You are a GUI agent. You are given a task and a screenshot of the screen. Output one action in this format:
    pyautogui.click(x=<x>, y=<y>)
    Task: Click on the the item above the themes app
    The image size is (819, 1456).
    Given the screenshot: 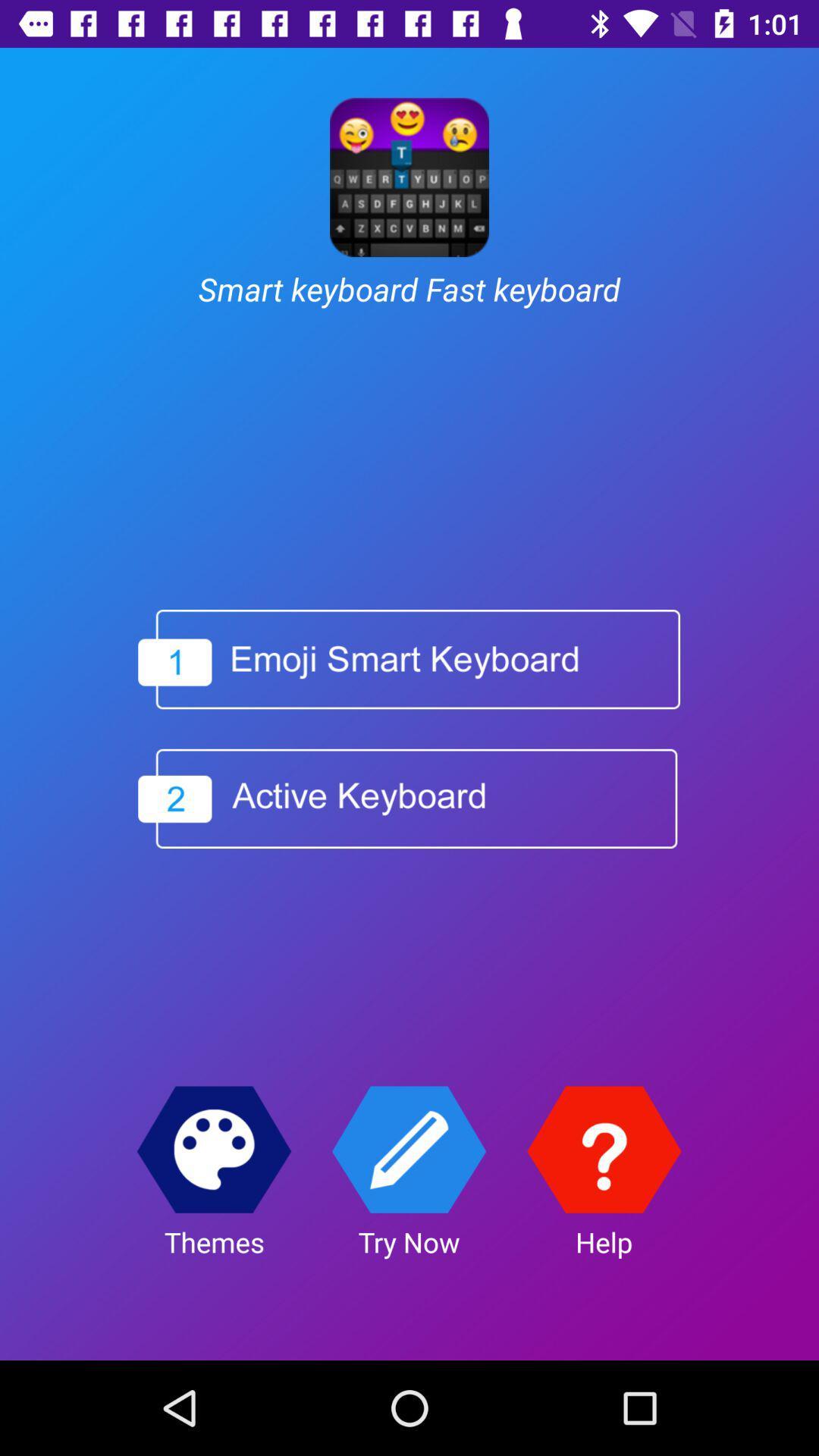 What is the action you would take?
    pyautogui.click(x=214, y=1150)
    